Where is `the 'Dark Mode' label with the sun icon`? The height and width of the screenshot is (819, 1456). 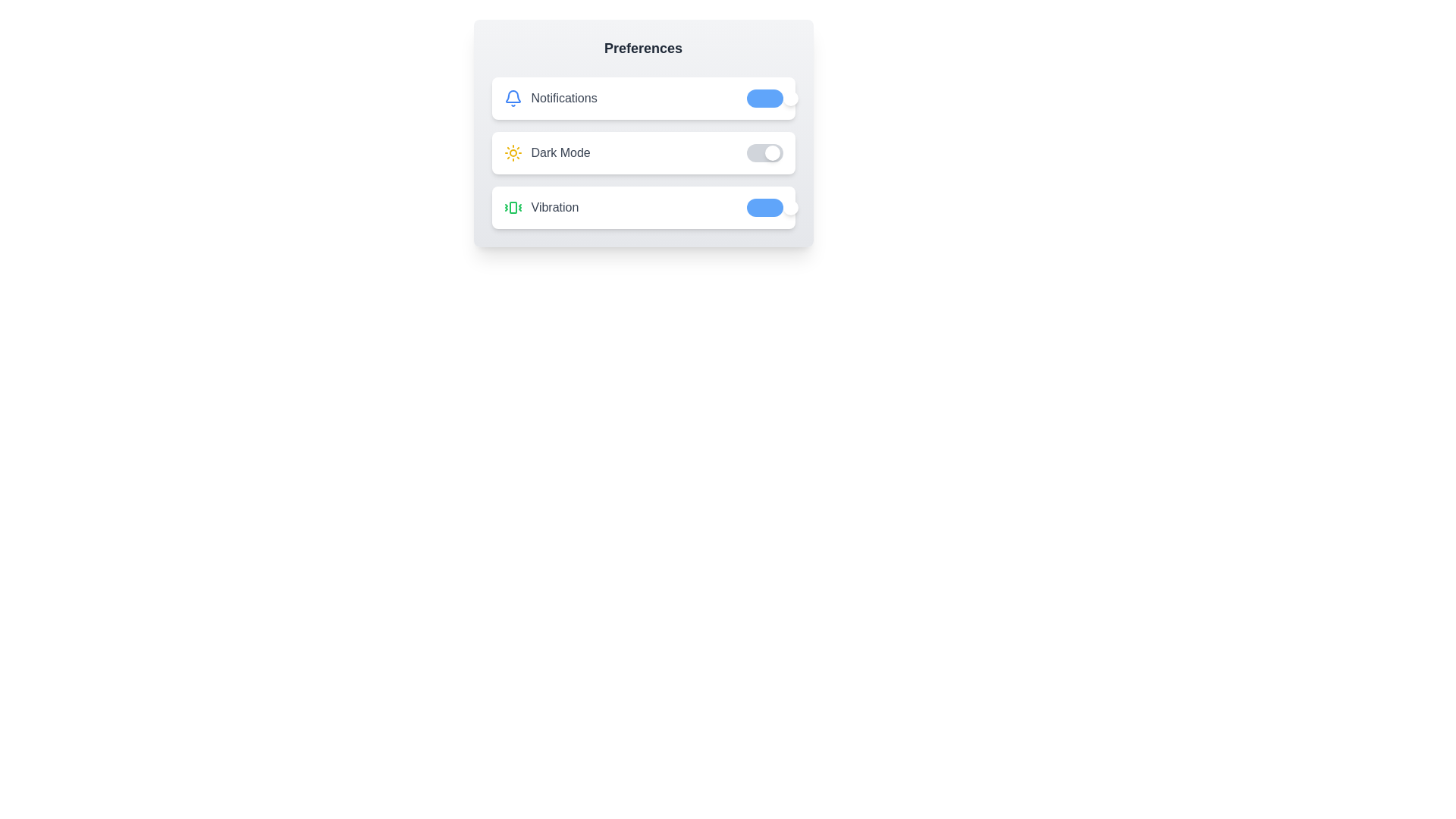 the 'Dark Mode' label with the sun icon is located at coordinates (546, 152).